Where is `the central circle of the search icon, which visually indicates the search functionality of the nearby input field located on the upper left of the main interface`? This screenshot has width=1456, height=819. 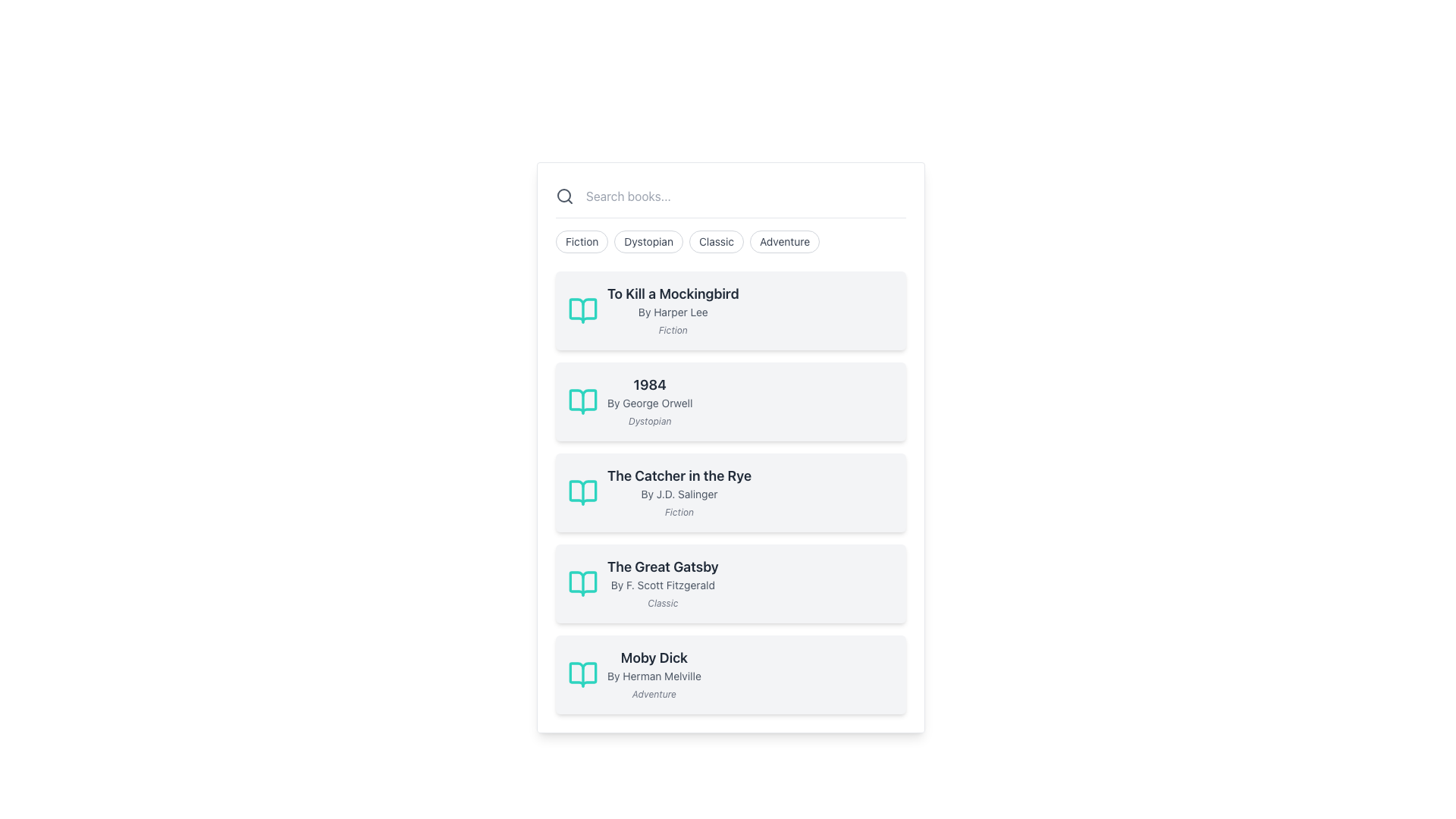 the central circle of the search icon, which visually indicates the search functionality of the nearby input field located on the upper left of the main interface is located at coordinates (563, 195).